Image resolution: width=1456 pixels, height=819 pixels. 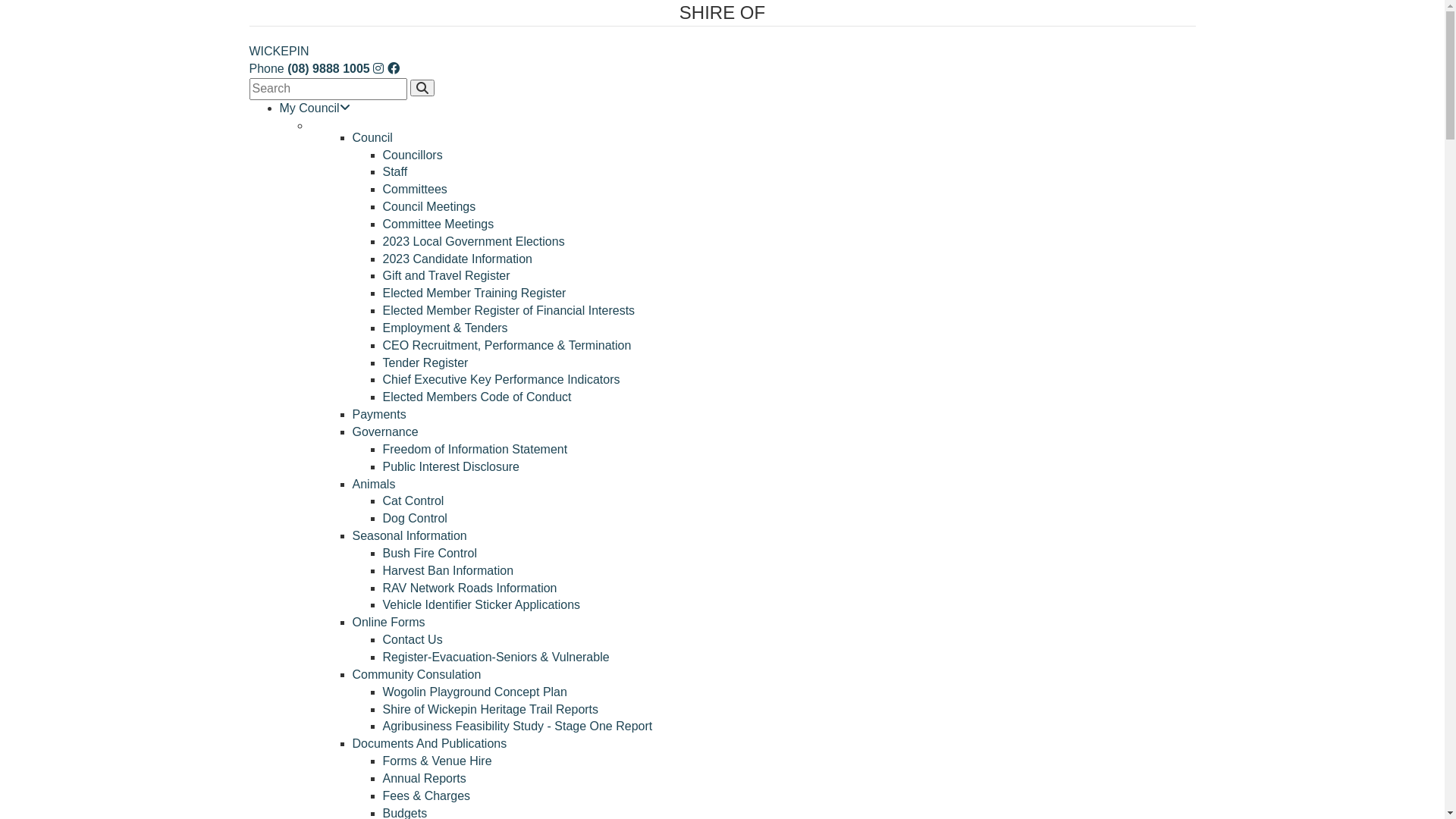 What do you see at coordinates (500, 378) in the screenshot?
I see `'Chief Executive Key Performance Indicators'` at bounding box center [500, 378].